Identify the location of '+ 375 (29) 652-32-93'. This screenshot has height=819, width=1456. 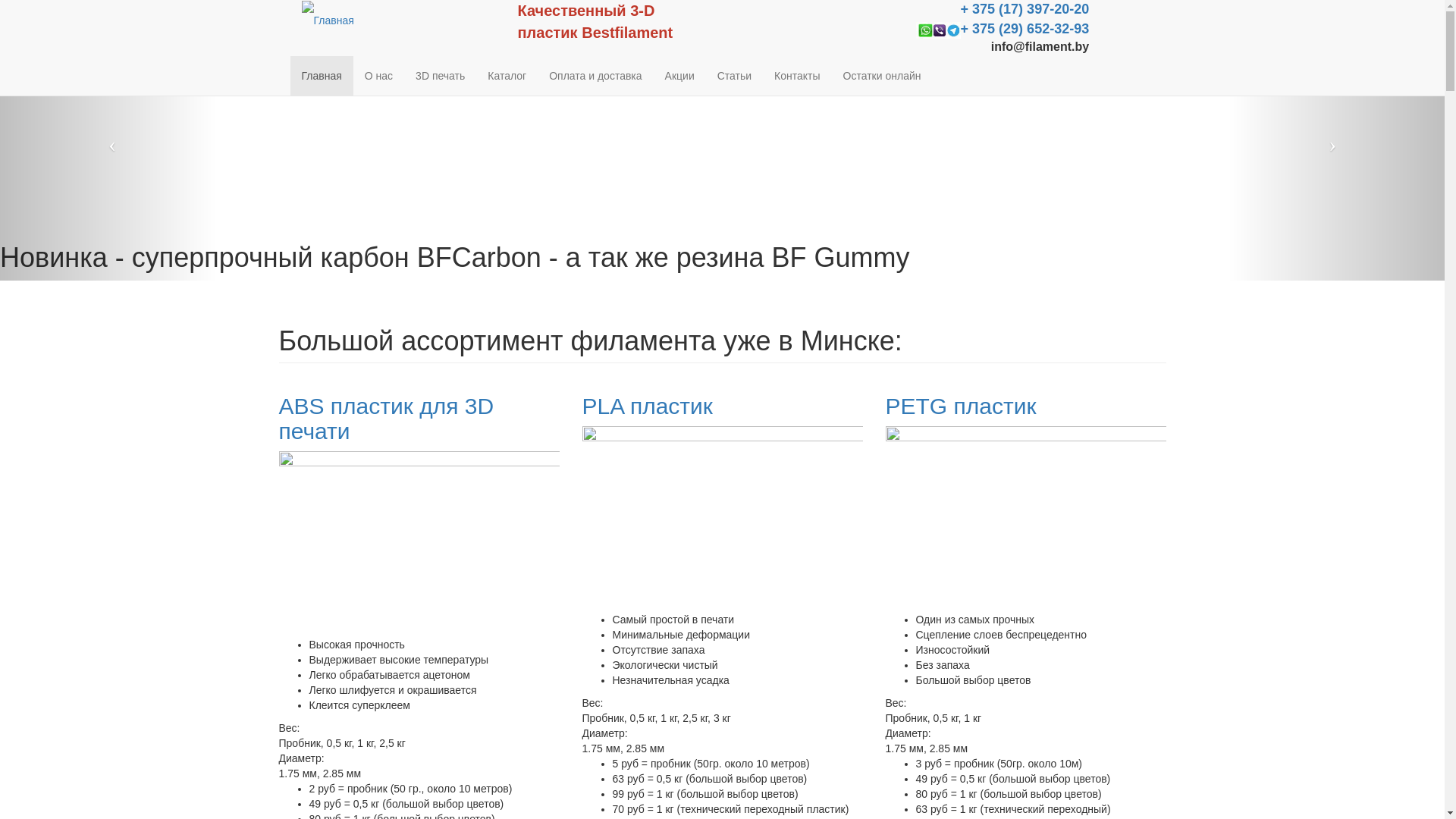
(1025, 29).